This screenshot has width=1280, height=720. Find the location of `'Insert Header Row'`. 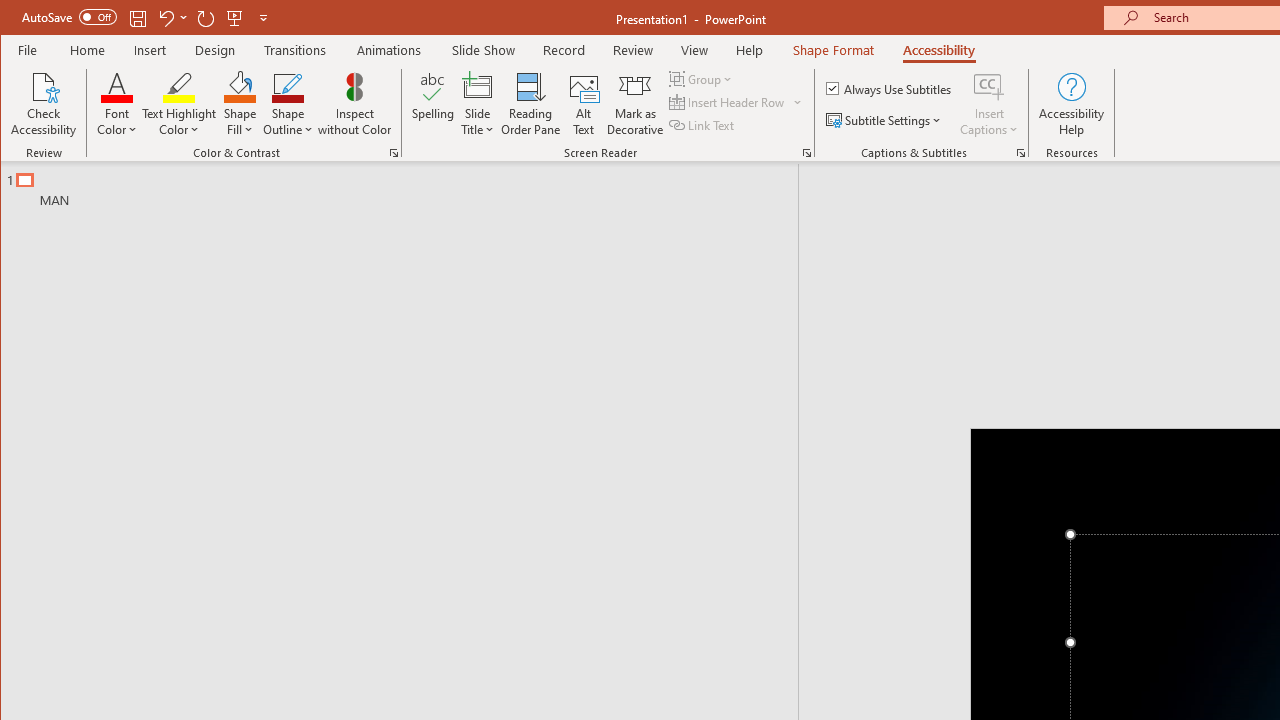

'Insert Header Row' is located at coordinates (735, 102).